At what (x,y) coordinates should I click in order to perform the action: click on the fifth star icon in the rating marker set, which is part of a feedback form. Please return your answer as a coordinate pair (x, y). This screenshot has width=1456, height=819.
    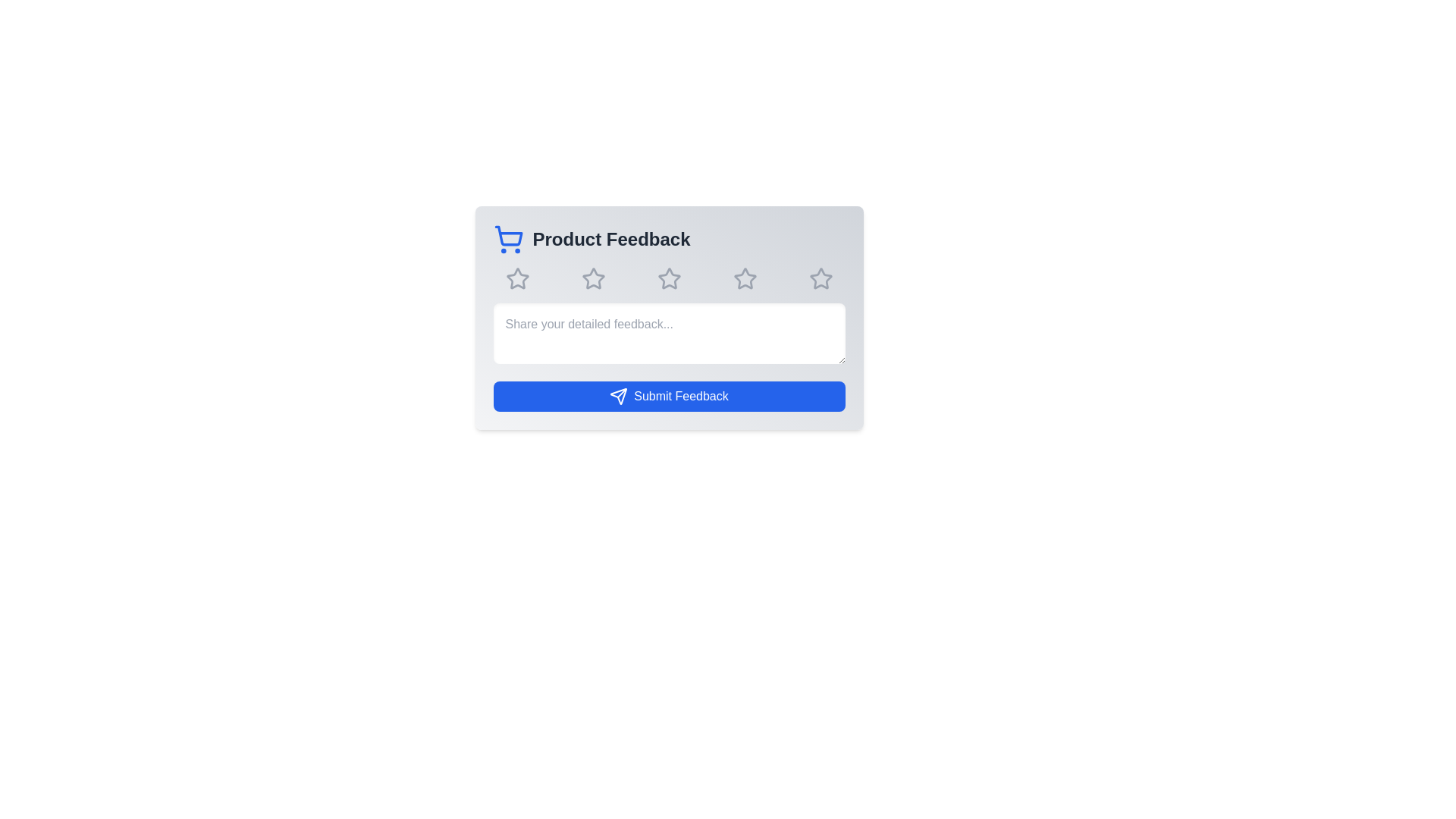
    Looking at the image, I should click on (745, 278).